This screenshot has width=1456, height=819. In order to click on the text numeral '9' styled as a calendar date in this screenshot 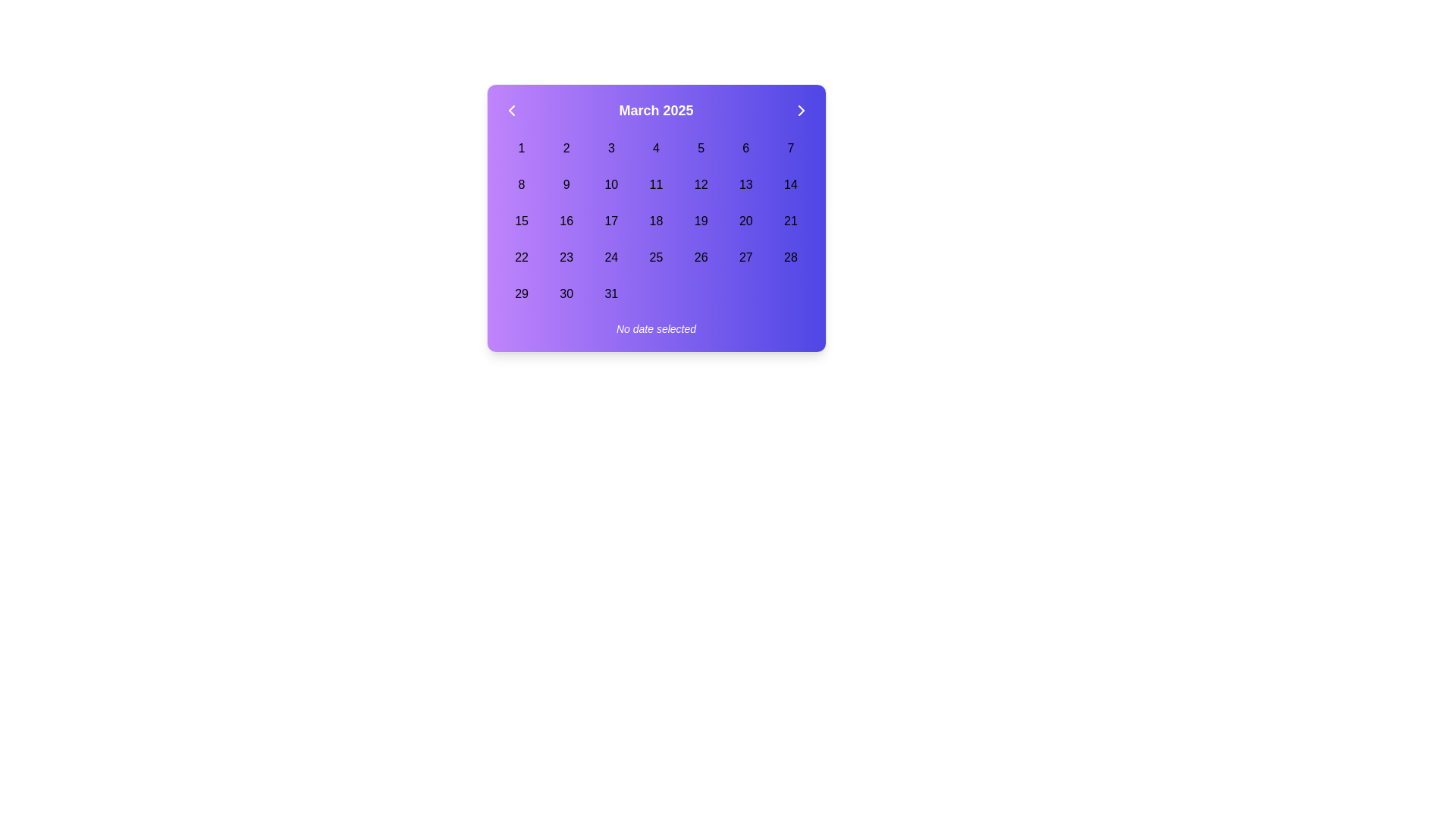, I will do `click(566, 184)`.